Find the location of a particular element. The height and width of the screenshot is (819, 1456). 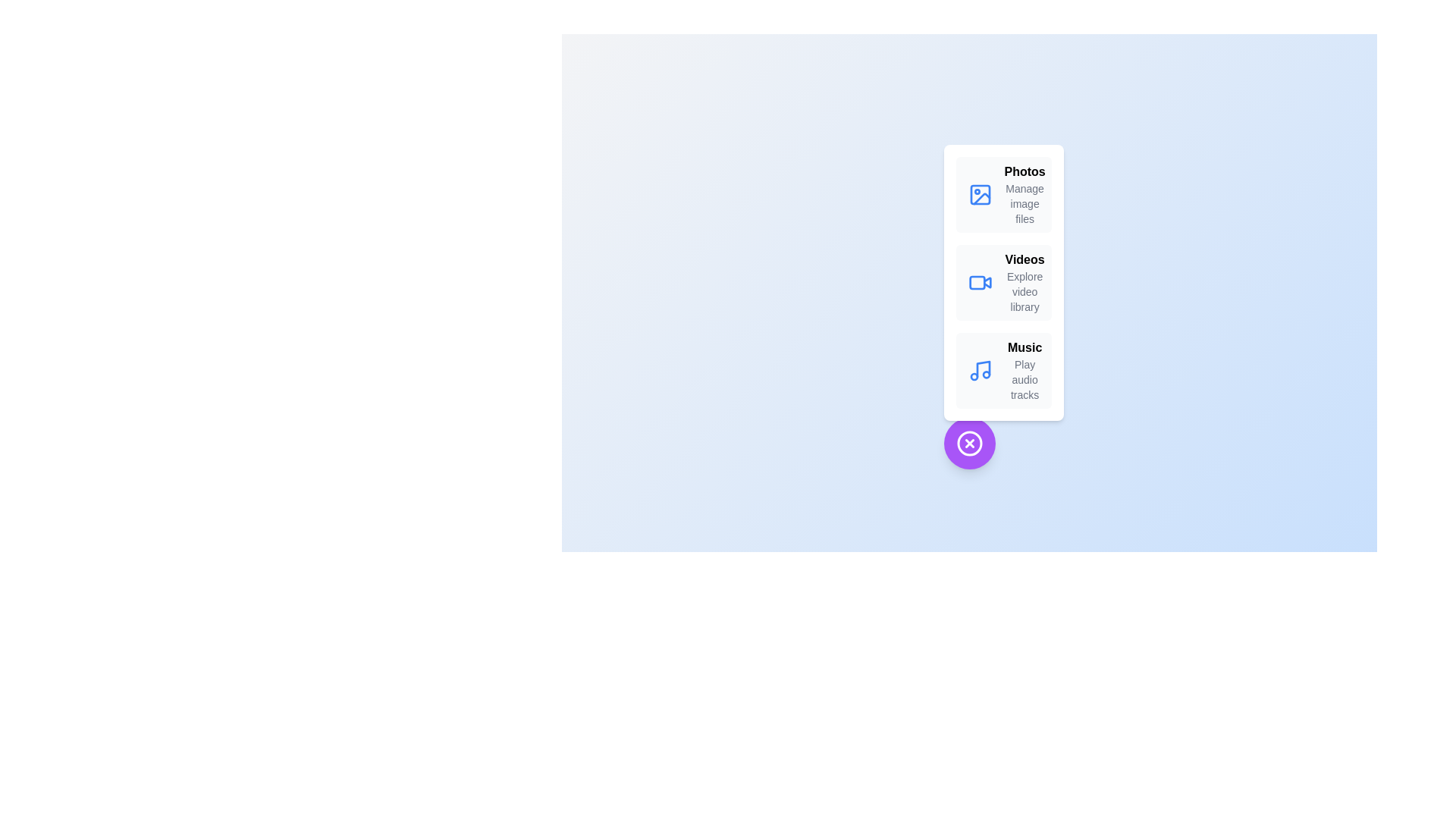

the 'Photos' option to select it is located at coordinates (1025, 171).